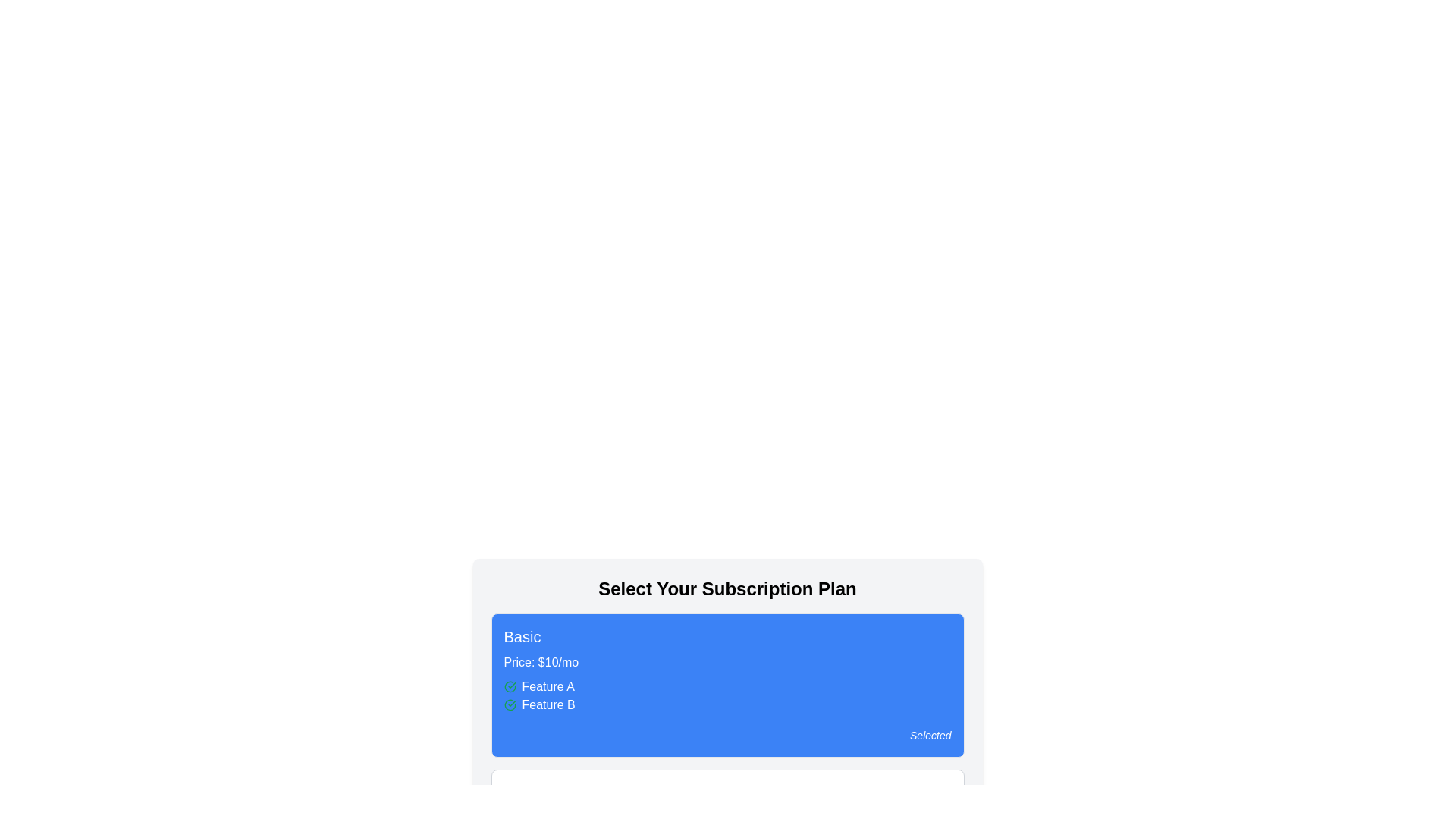 Image resolution: width=1456 pixels, height=819 pixels. Describe the element at coordinates (548, 687) in the screenshot. I see `the Text Label displaying 'Feature A' which is part of the subscription plan UI under the 'Basic' plan` at that location.